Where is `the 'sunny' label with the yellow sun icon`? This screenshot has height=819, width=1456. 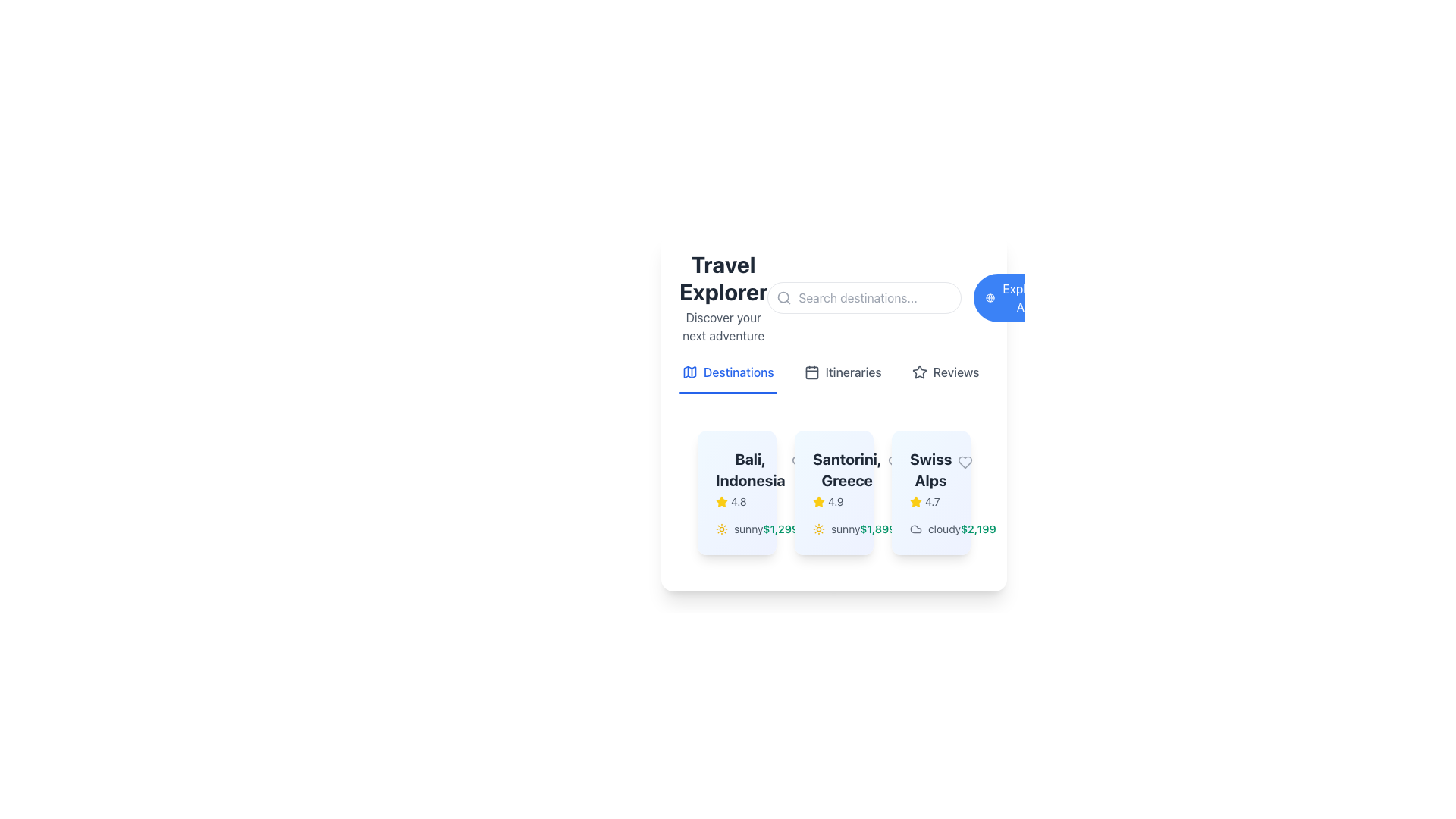 the 'sunny' label with the yellow sun icon is located at coordinates (739, 529).